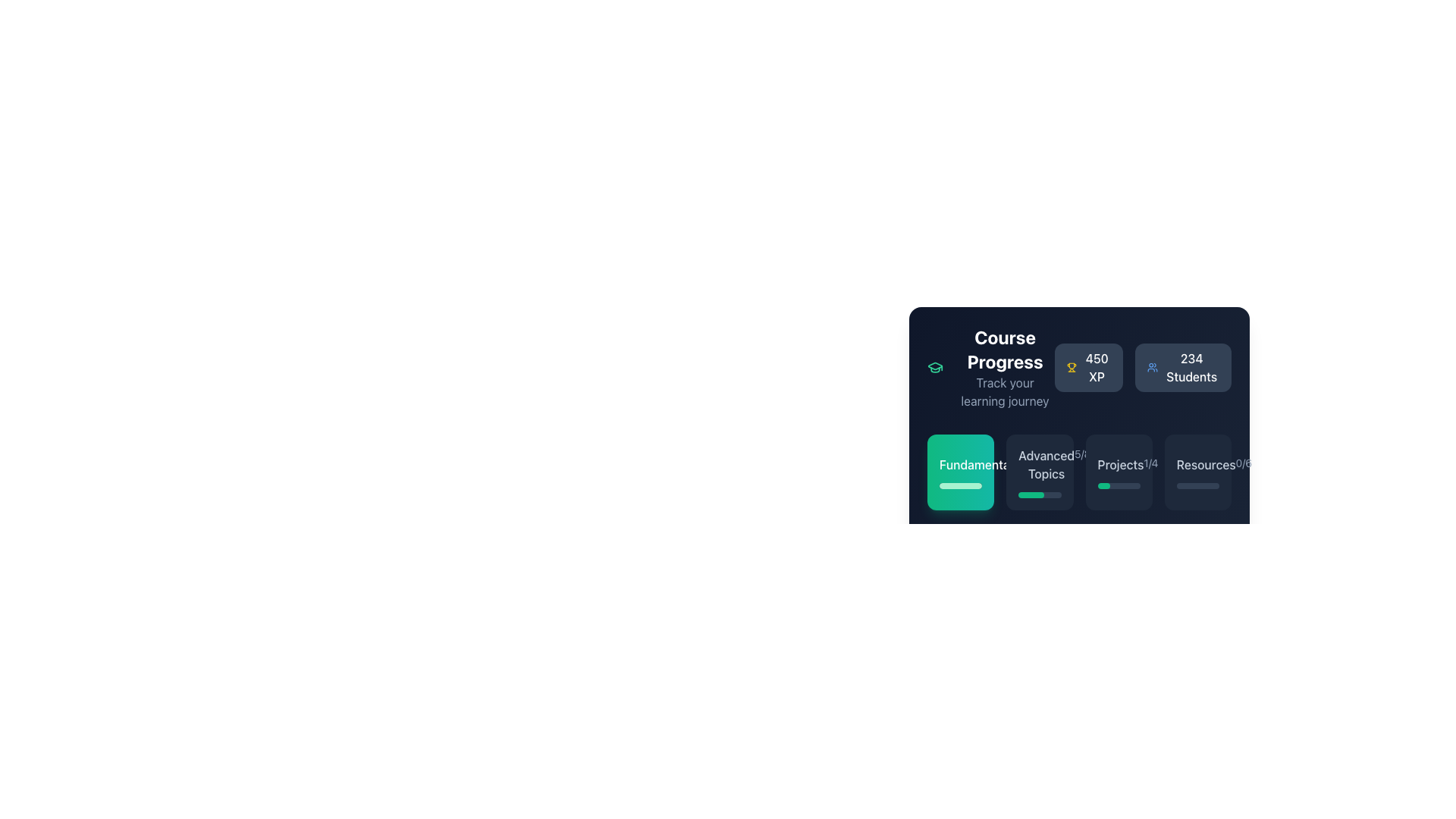 The image size is (1456, 819). What do you see at coordinates (1071, 368) in the screenshot?
I see `the achievement points icon located to the left of the '450 XP' text in the top-right corner of the UI segment under the 'Course Progress' heading` at bounding box center [1071, 368].